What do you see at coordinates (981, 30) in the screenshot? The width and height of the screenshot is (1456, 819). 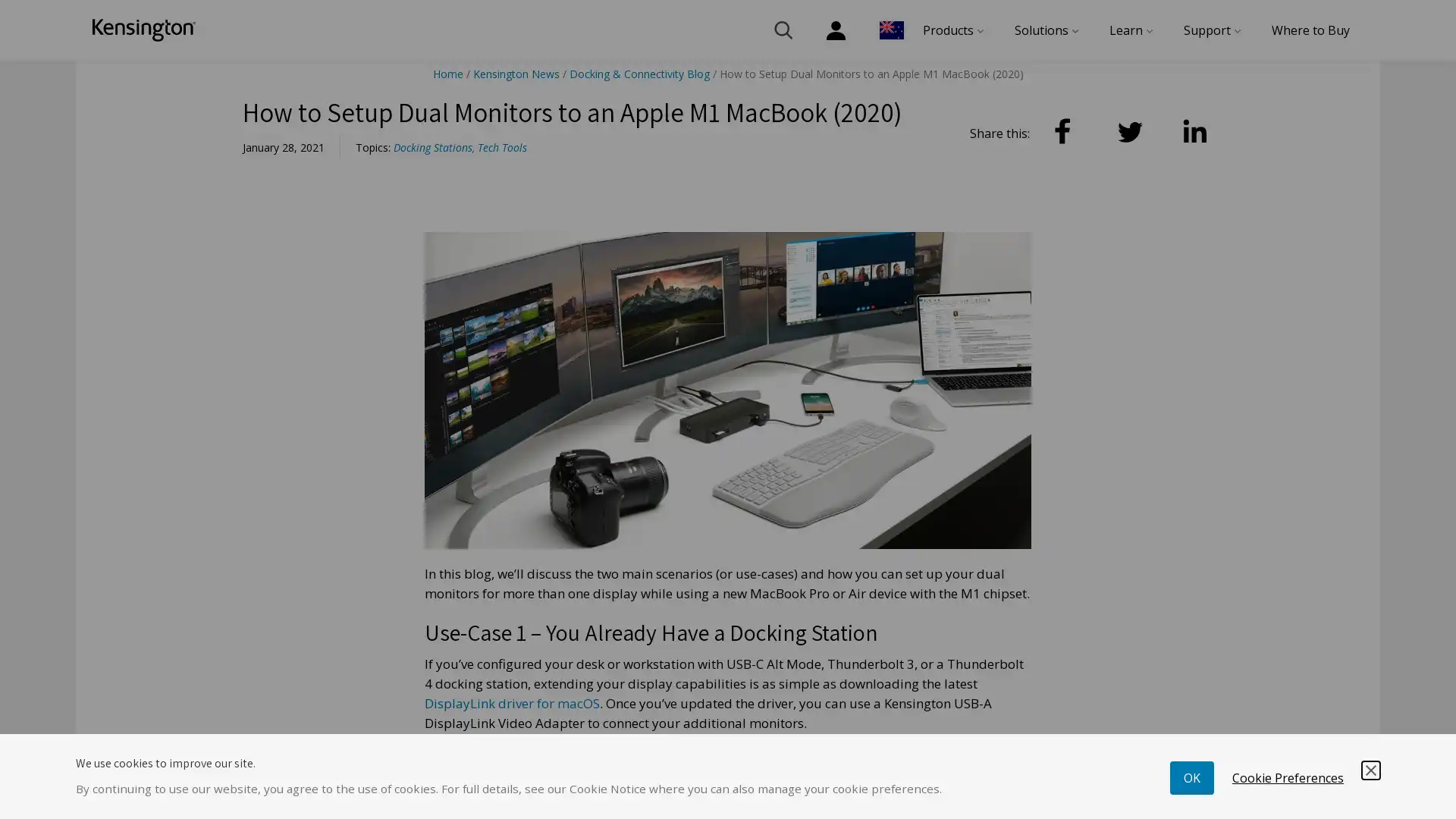 I see `menu` at bounding box center [981, 30].